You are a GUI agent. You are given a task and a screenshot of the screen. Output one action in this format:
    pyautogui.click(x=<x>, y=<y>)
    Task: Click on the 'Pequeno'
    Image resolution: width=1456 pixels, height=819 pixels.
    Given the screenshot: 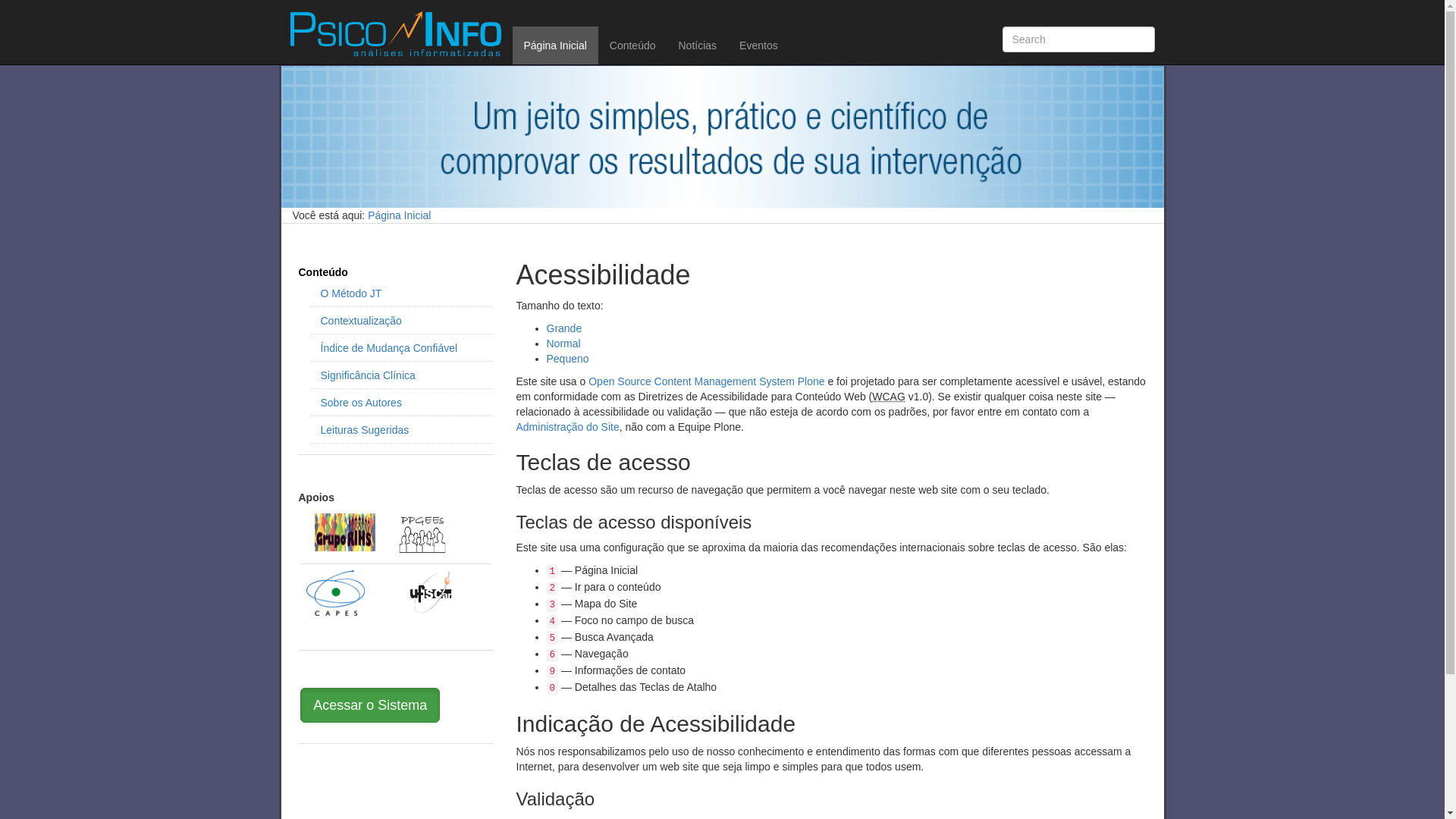 What is the action you would take?
    pyautogui.click(x=566, y=359)
    